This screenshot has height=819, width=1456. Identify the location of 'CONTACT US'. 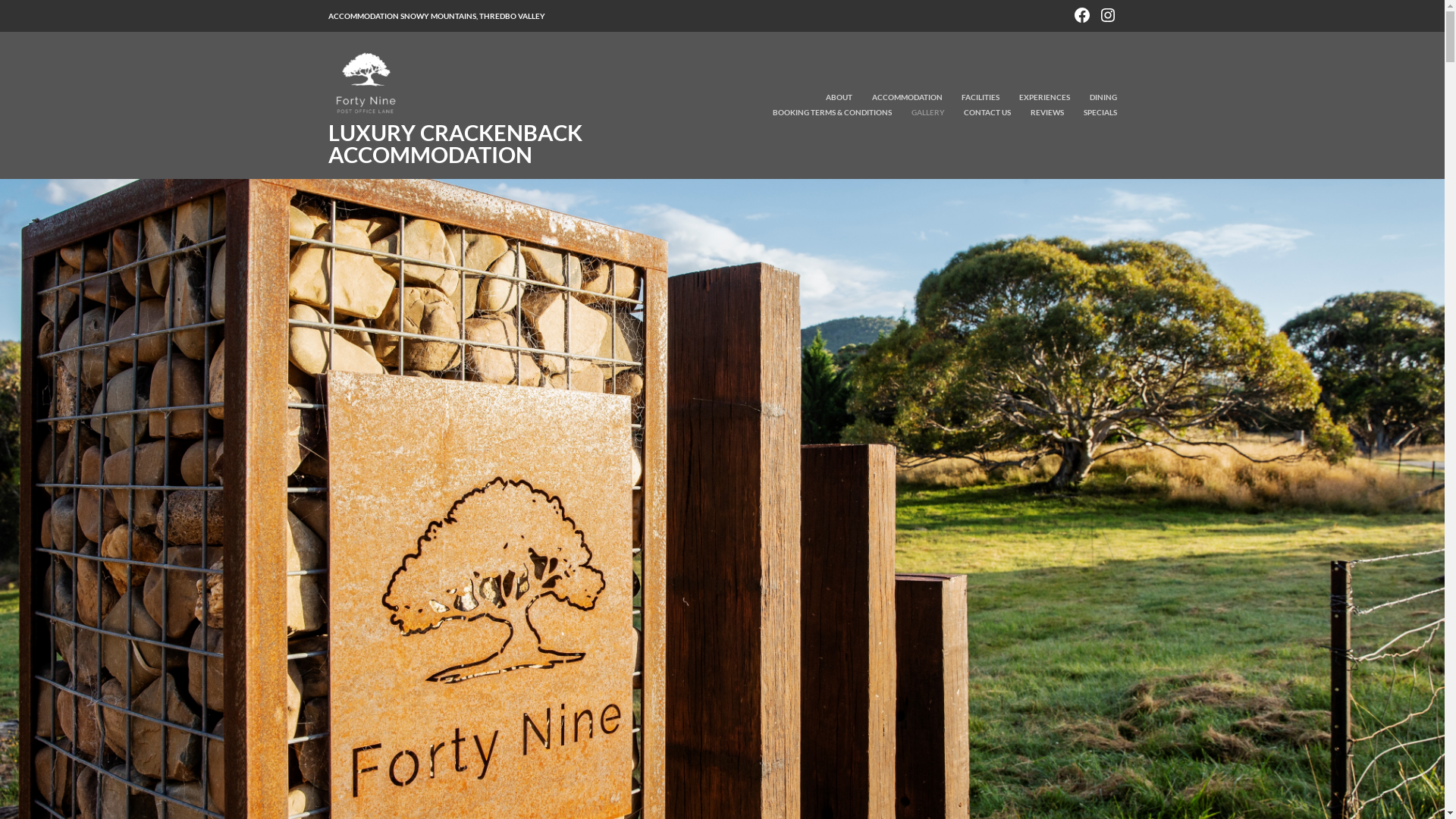
(946, 112).